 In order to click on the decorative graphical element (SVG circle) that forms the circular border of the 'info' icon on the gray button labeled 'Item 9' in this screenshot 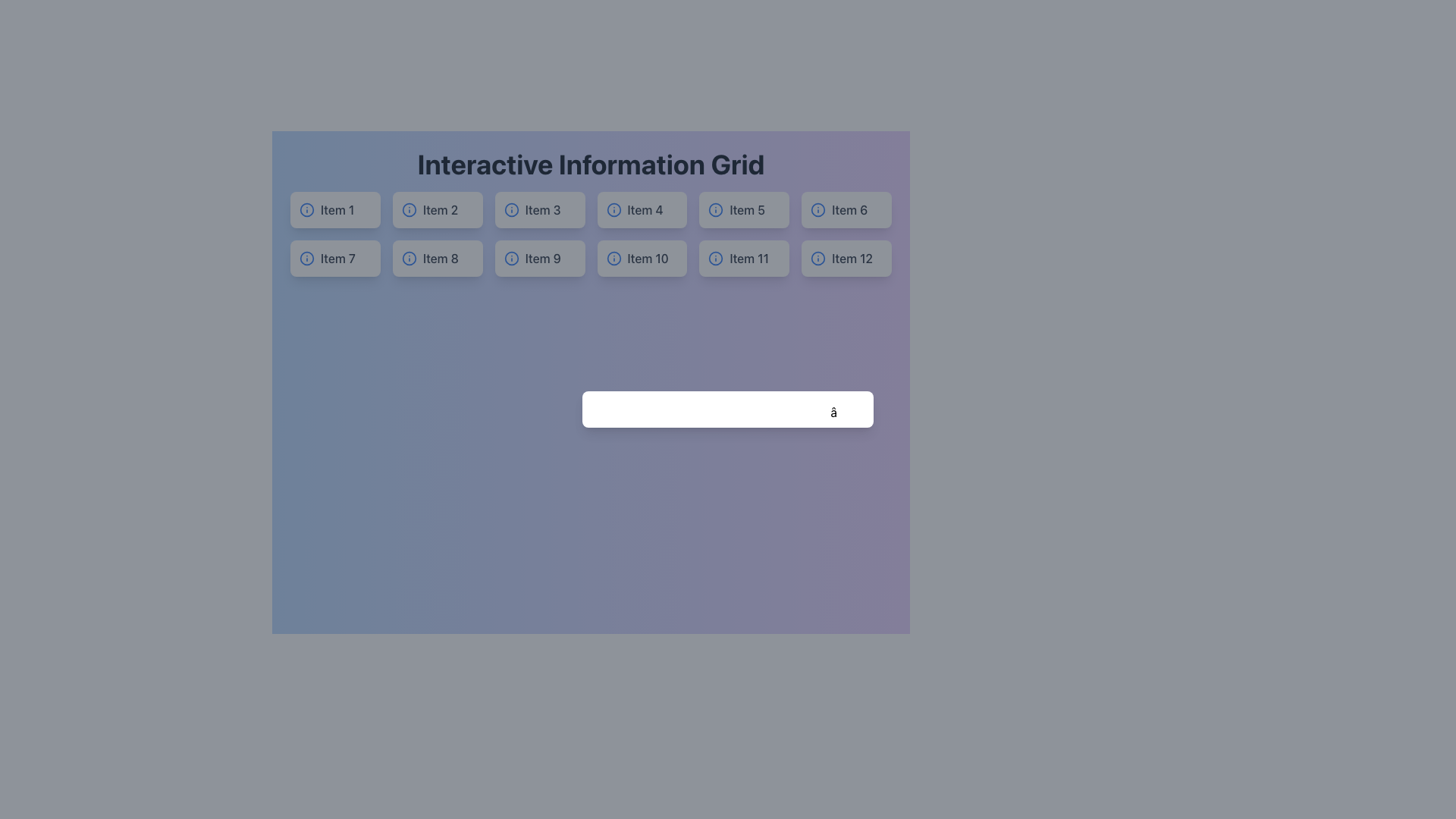, I will do `click(511, 257)`.